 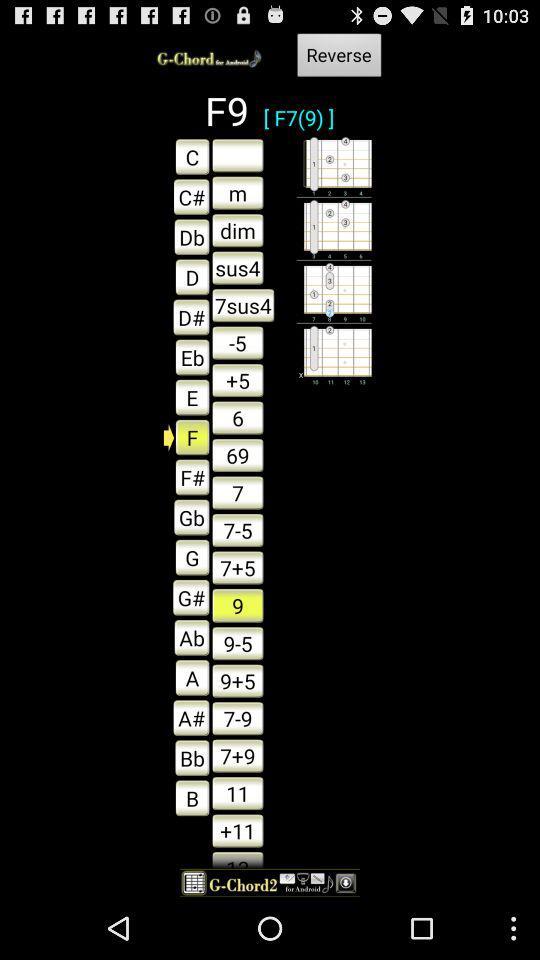 I want to click on the 13 icon, so click(x=237, y=858).